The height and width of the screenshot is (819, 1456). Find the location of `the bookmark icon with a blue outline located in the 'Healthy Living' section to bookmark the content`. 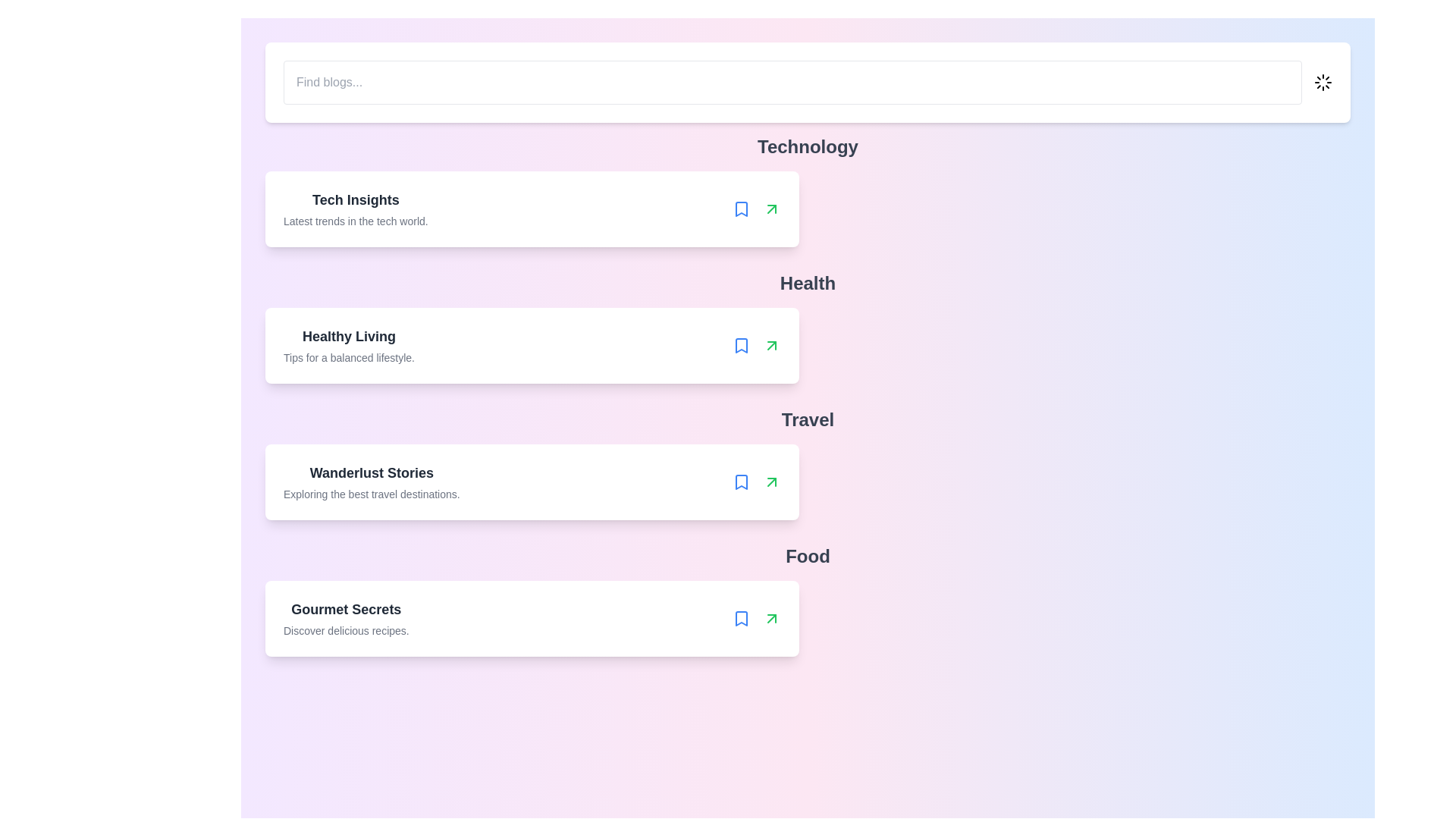

the bookmark icon with a blue outline located in the 'Healthy Living' section to bookmark the content is located at coordinates (741, 345).